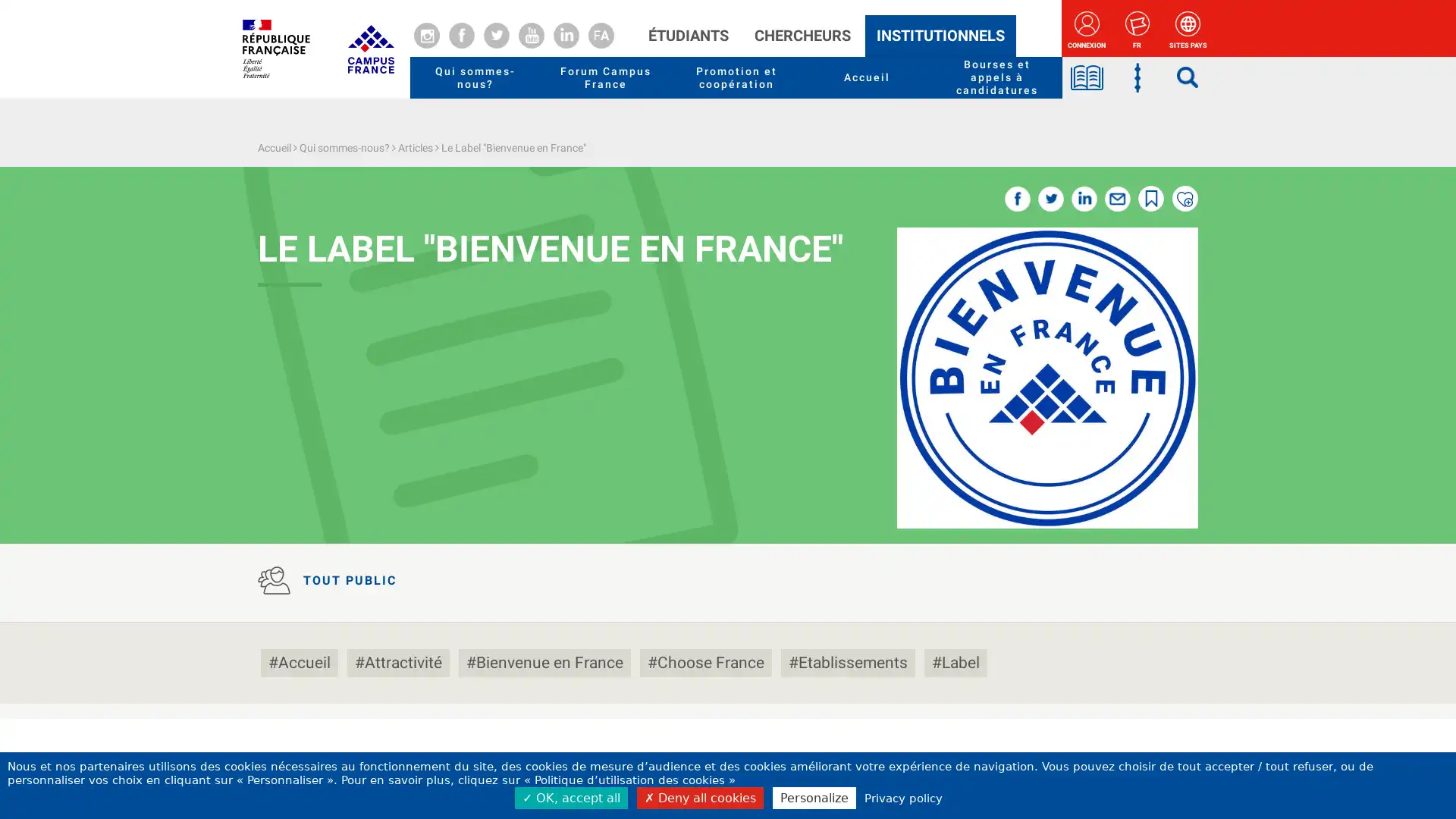 The image size is (1456, 819). Describe the element at coordinates (570, 797) in the screenshot. I see `OK, accept all` at that location.